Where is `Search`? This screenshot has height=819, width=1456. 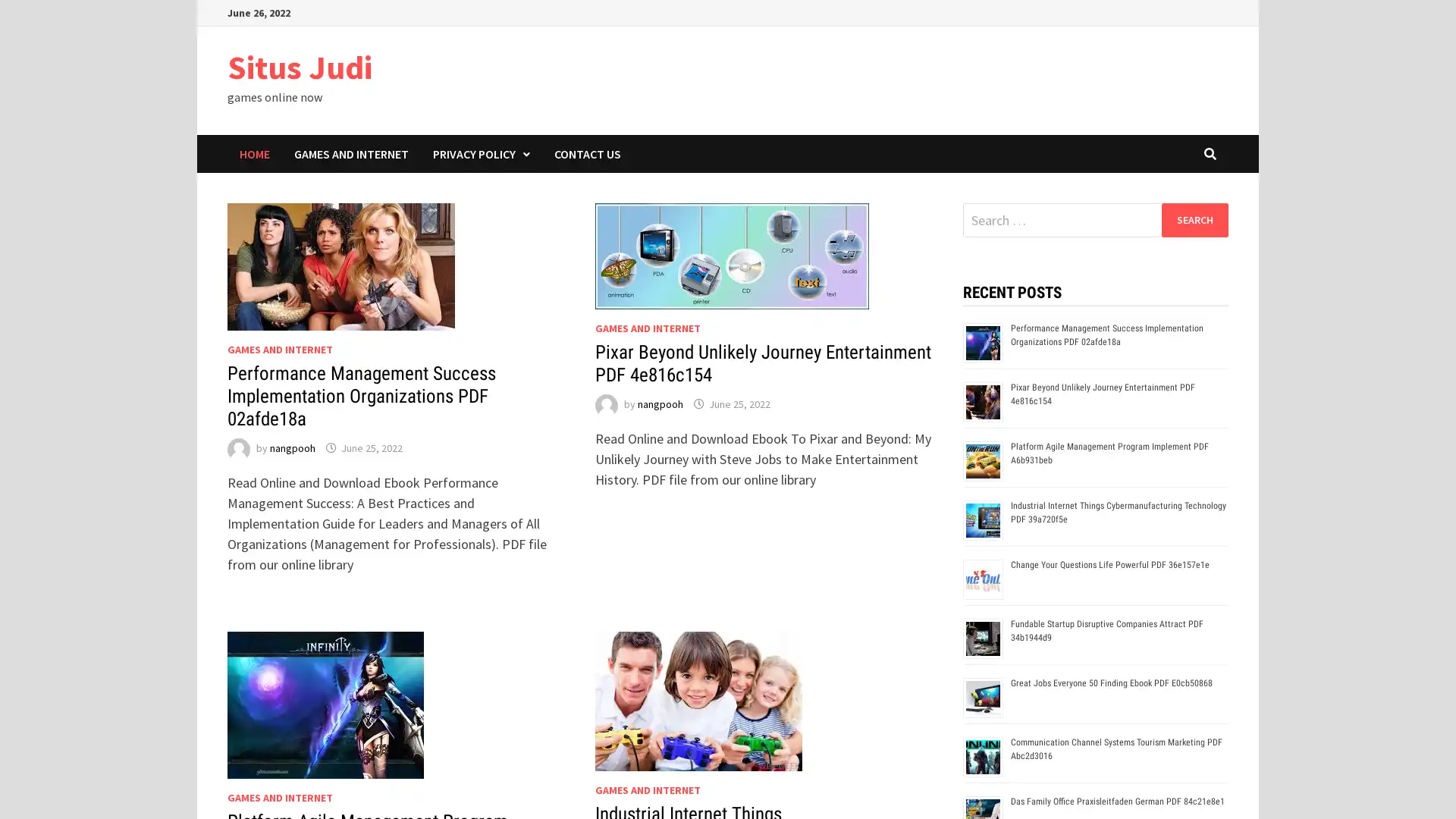
Search is located at coordinates (1194, 219).